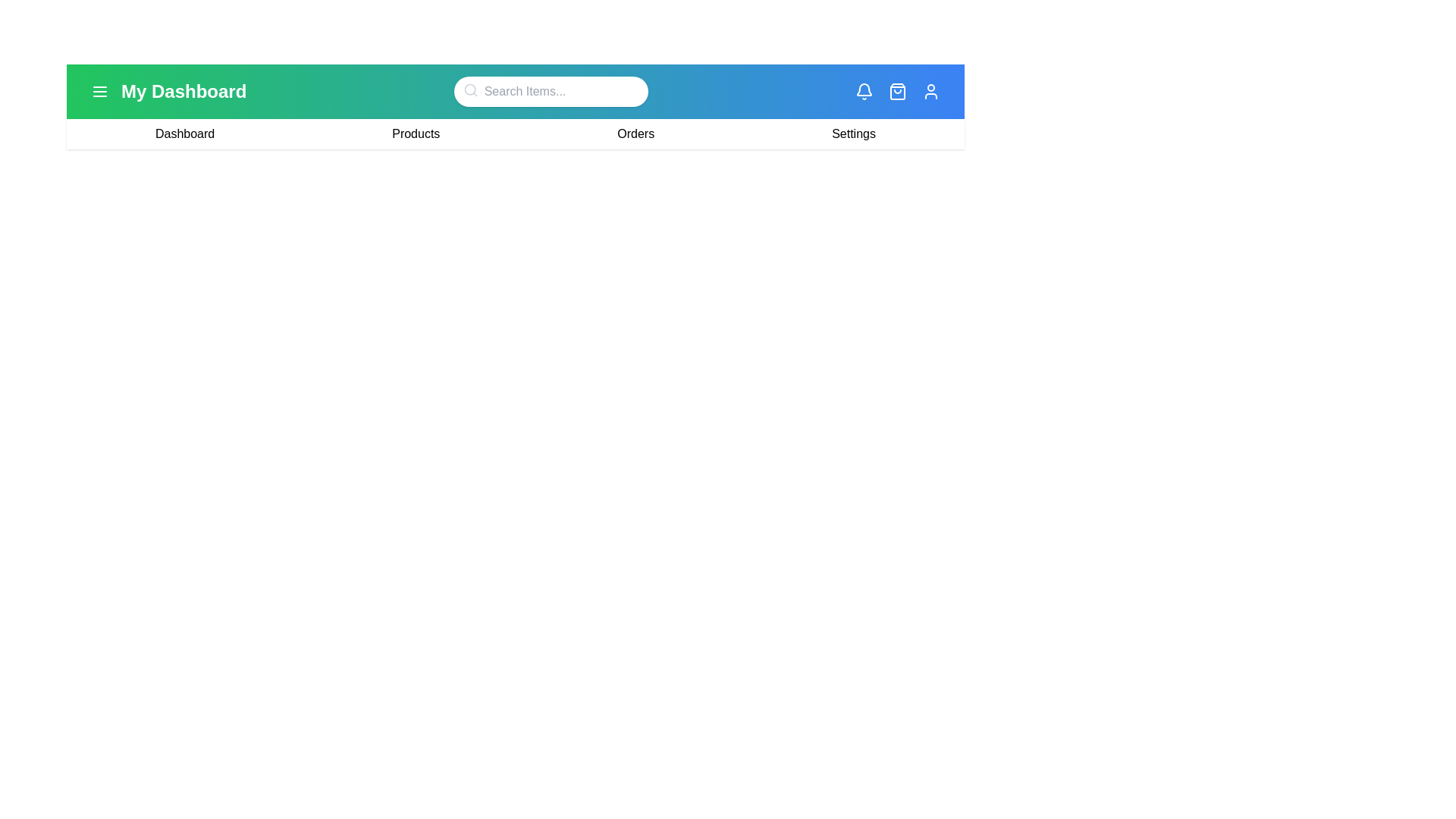 This screenshot has width=1456, height=819. I want to click on the menu icon to toggle the menu, so click(99, 91).